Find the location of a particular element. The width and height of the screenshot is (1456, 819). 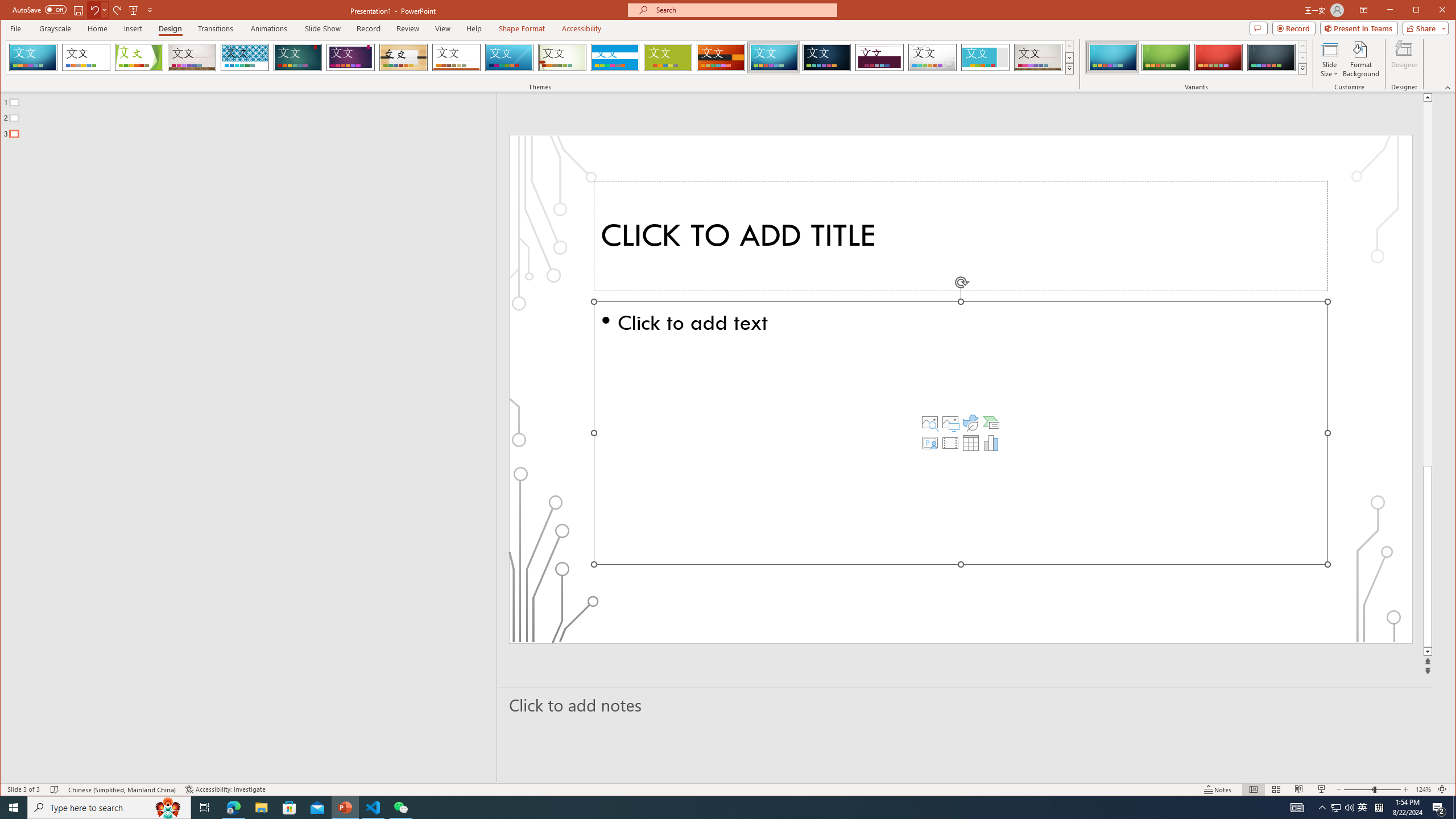

'WeChat - 1 running window' is located at coordinates (401, 806).